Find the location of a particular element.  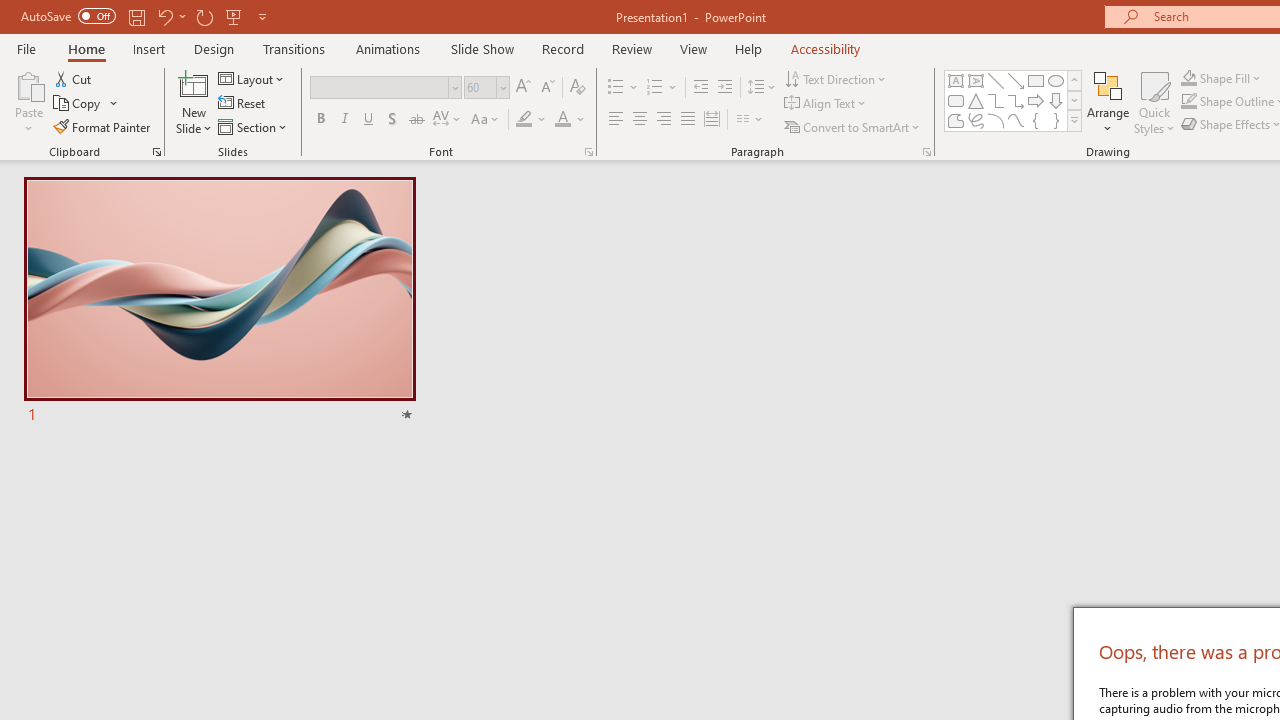

'Increase Indent' is located at coordinates (724, 86).